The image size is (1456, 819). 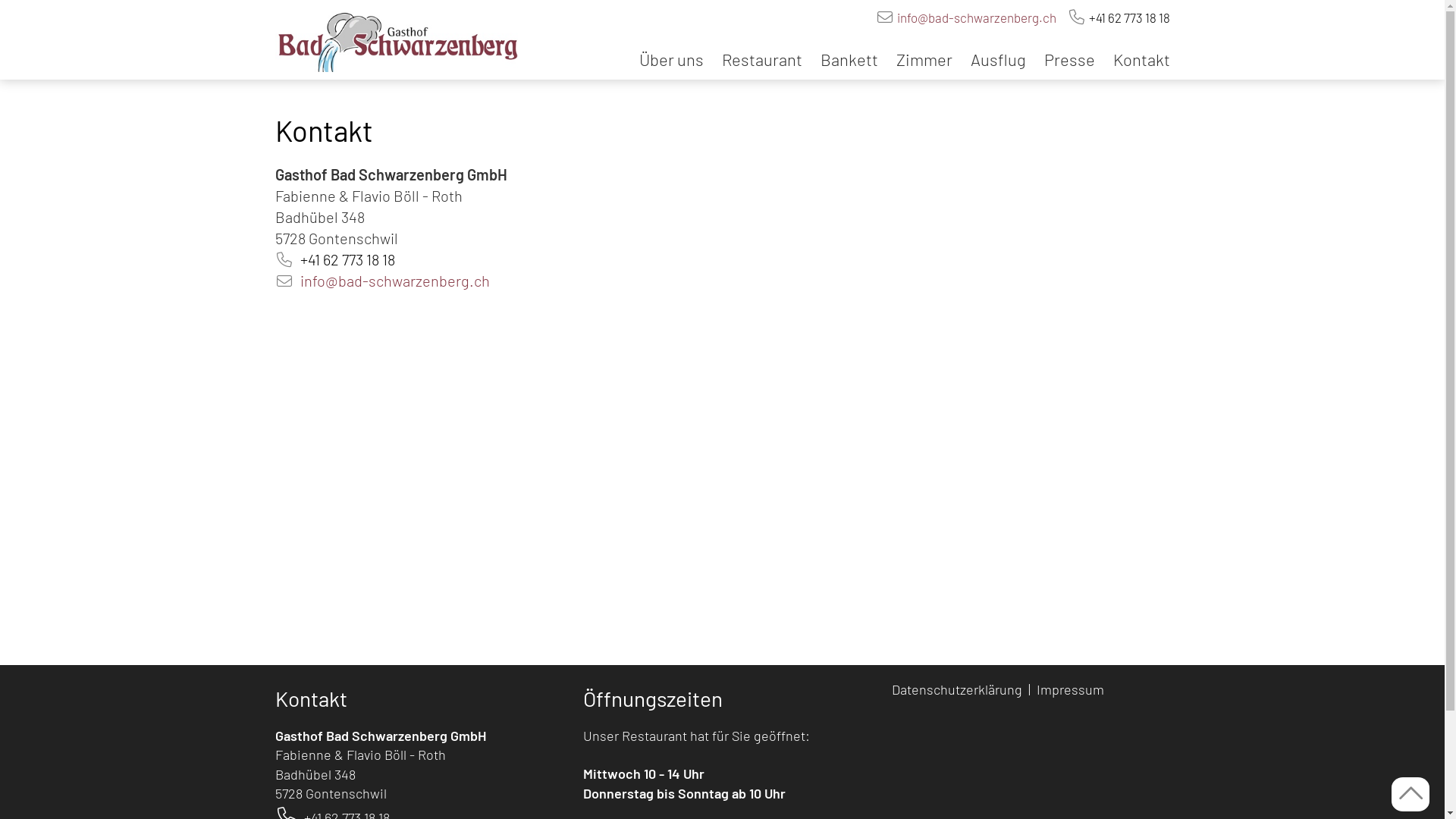 What do you see at coordinates (998, 58) in the screenshot?
I see `'Ausflug'` at bounding box center [998, 58].